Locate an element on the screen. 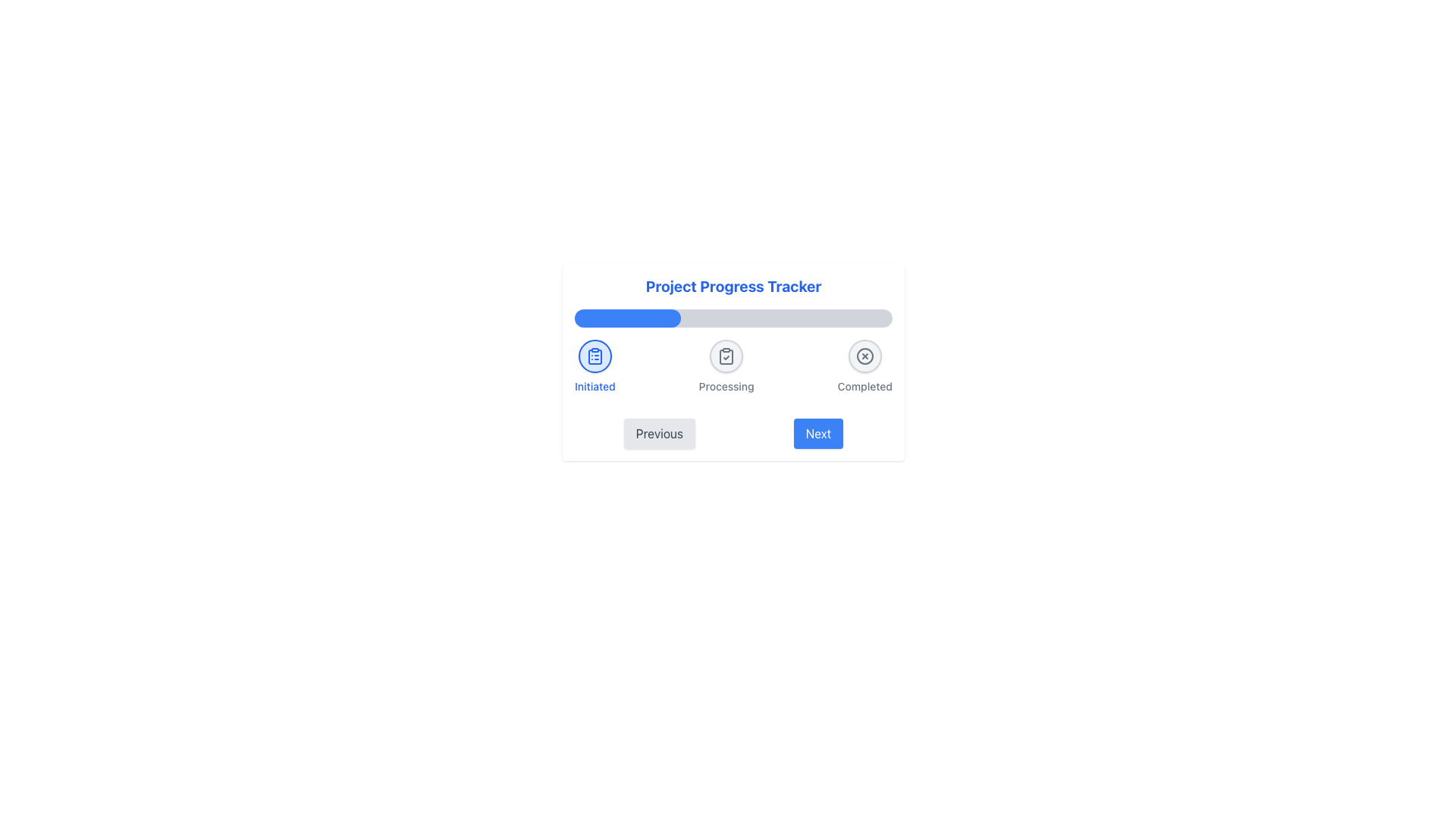 Image resolution: width=1456 pixels, height=819 pixels. the 'Previous' button located at the bottom of the 'Project Progress Tracker' interface is located at coordinates (659, 433).